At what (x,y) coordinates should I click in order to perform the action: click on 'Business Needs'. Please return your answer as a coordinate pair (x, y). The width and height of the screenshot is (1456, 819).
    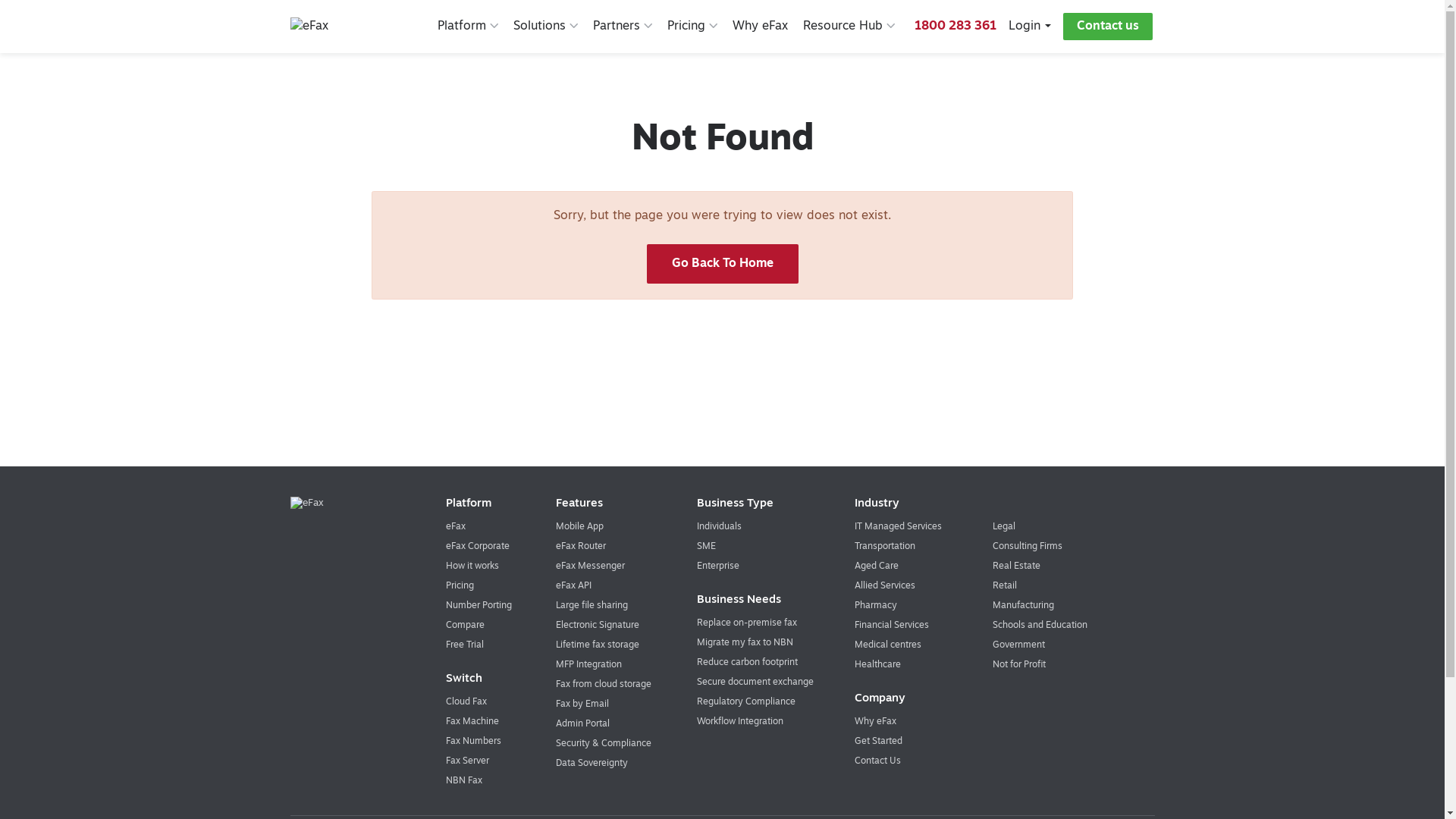
    Looking at the image, I should click on (759, 599).